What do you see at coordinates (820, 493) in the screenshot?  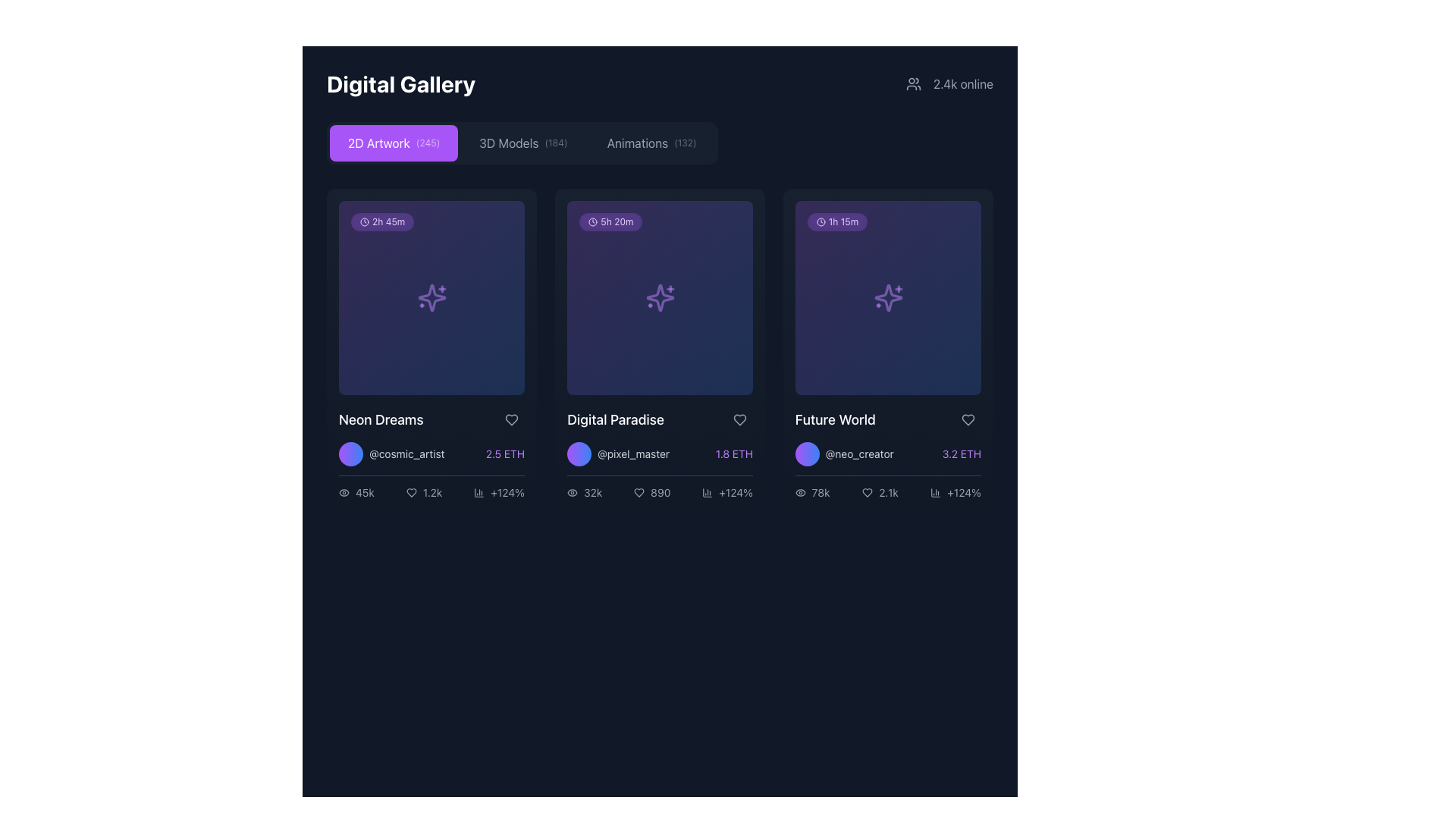 I see `the text display field indicating the number of views ('78k') within the 'Future World' card, which is part of the view count section` at bounding box center [820, 493].